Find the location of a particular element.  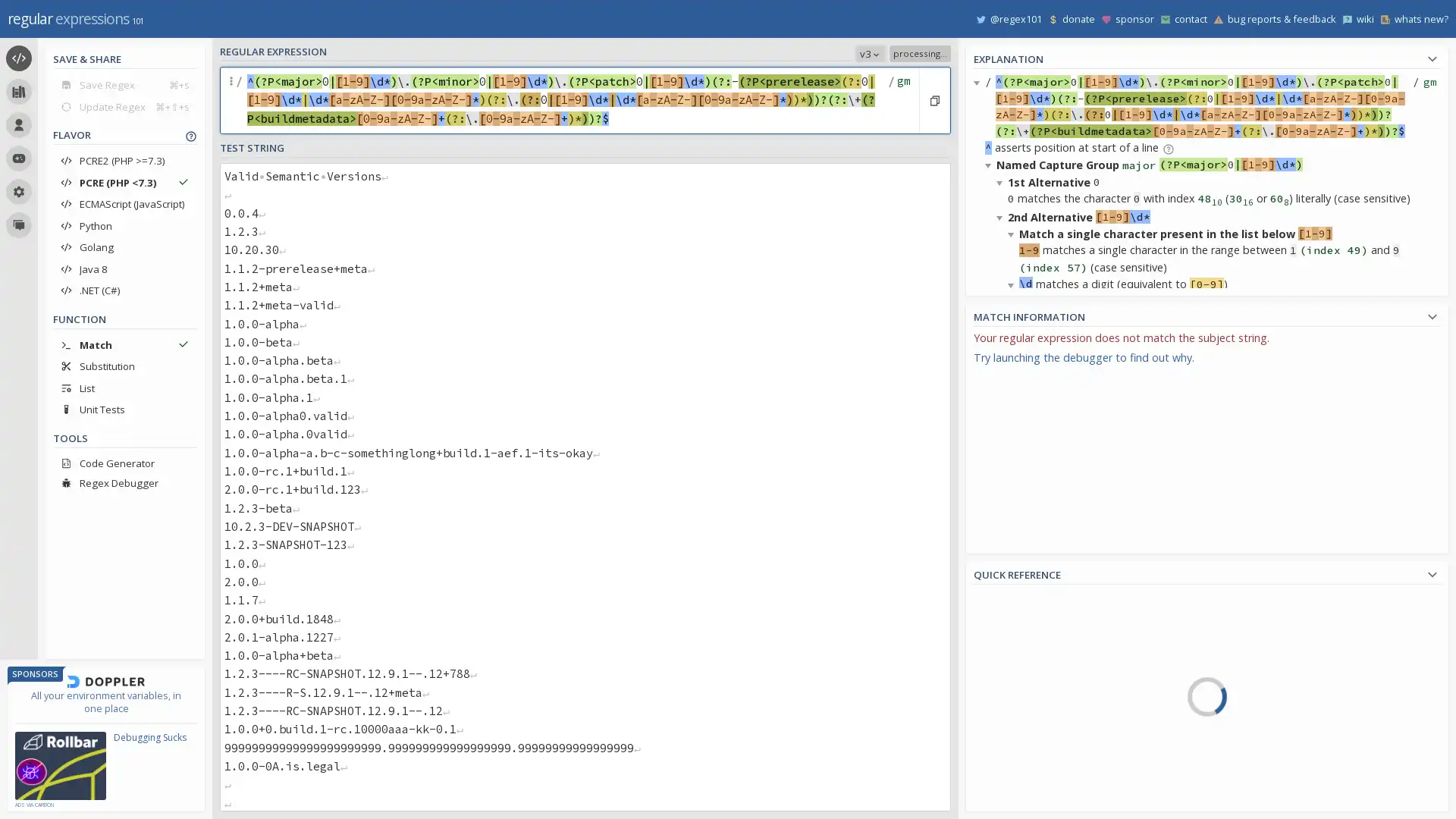

A character in the range: a-z [a-z] is located at coordinates (1282, 643).